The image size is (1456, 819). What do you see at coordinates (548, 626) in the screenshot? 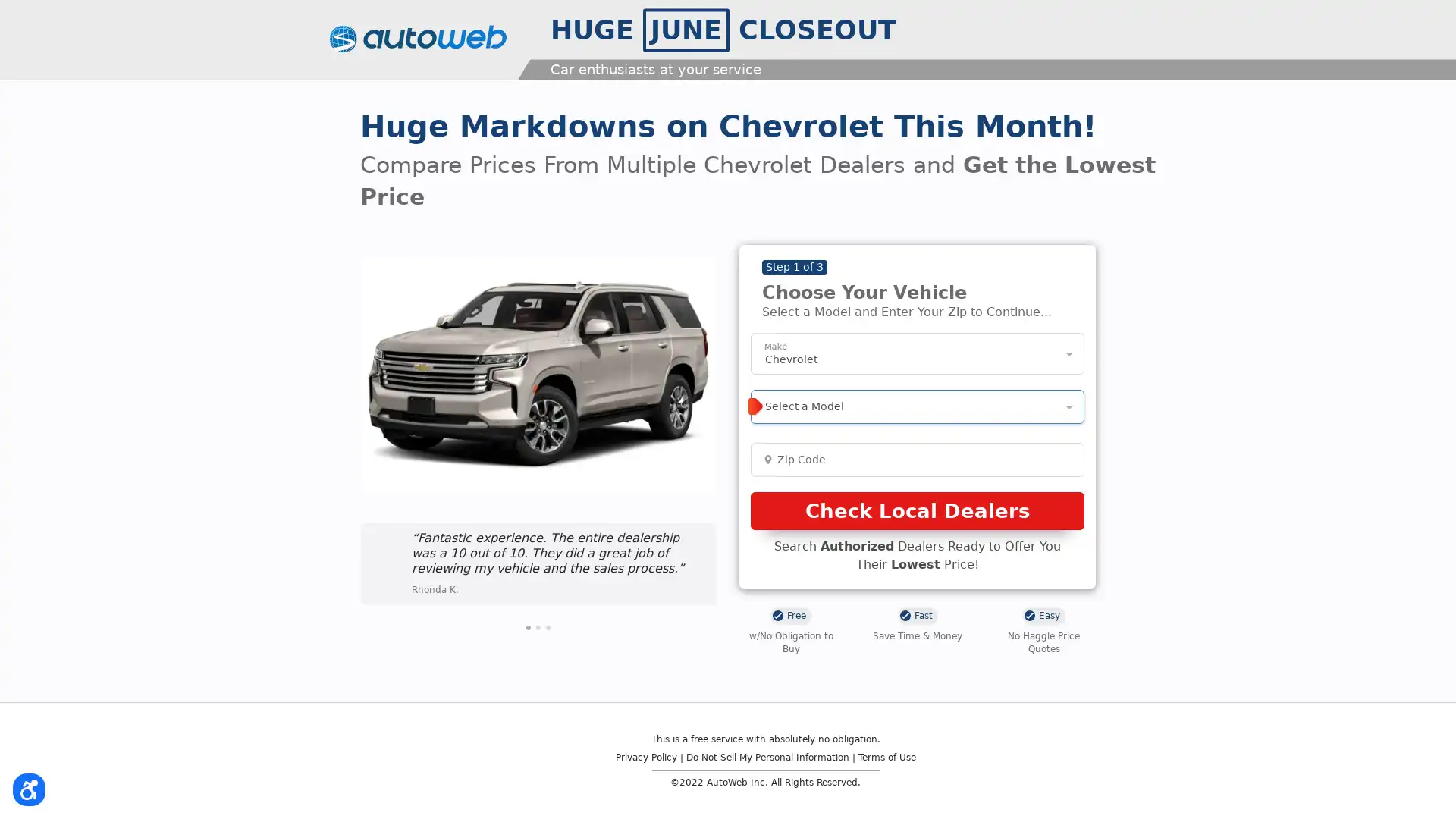
I see `Carousel Page 3` at bounding box center [548, 626].